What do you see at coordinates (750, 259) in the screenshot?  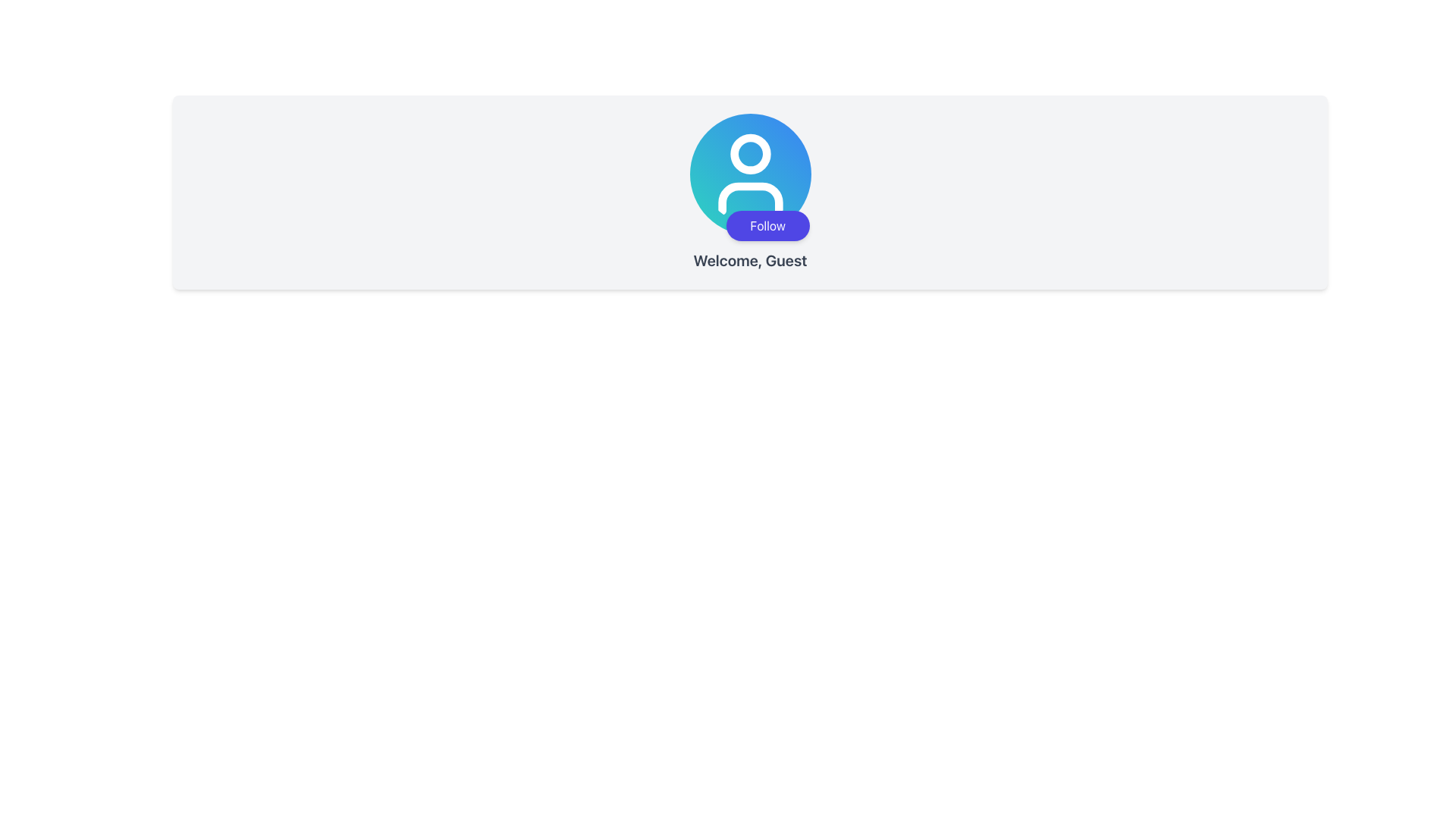 I see `the static text label displaying 'Welcome, Guest', which is styled in bold gray font and positioned below a circular icon and a 'Follow' button` at bounding box center [750, 259].